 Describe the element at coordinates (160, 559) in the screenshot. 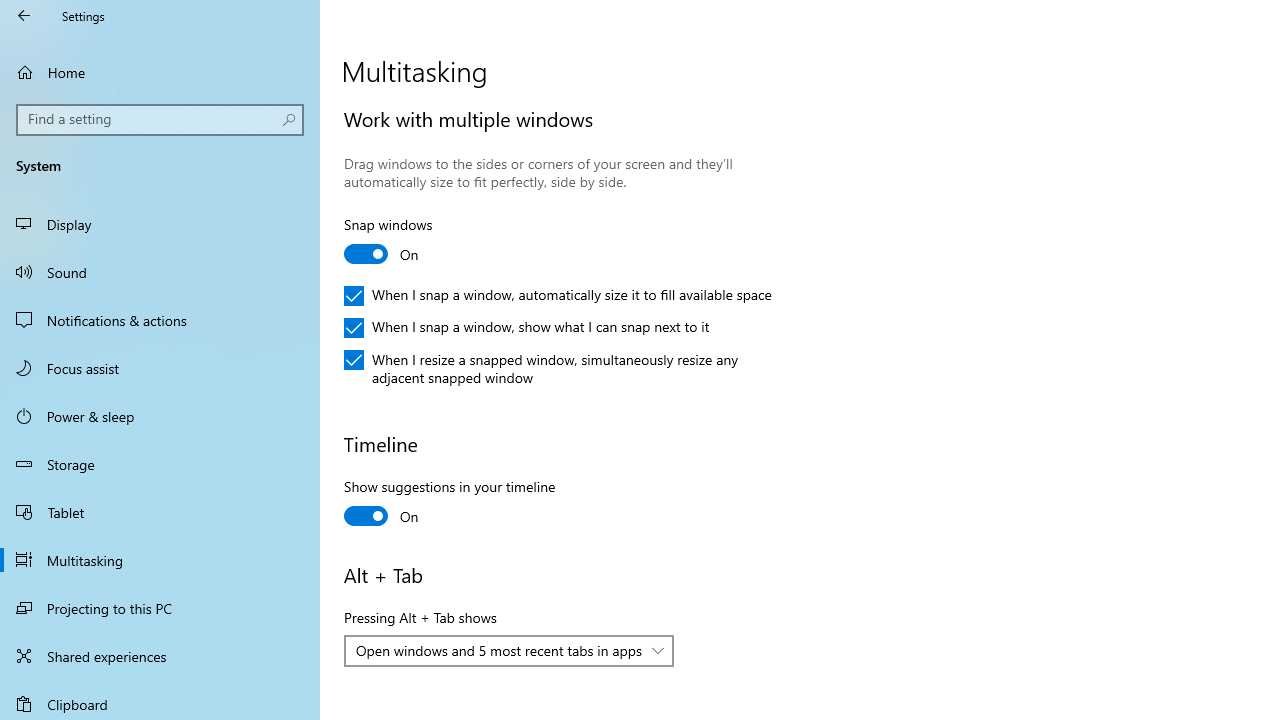

I see `'Multitasking'` at that location.